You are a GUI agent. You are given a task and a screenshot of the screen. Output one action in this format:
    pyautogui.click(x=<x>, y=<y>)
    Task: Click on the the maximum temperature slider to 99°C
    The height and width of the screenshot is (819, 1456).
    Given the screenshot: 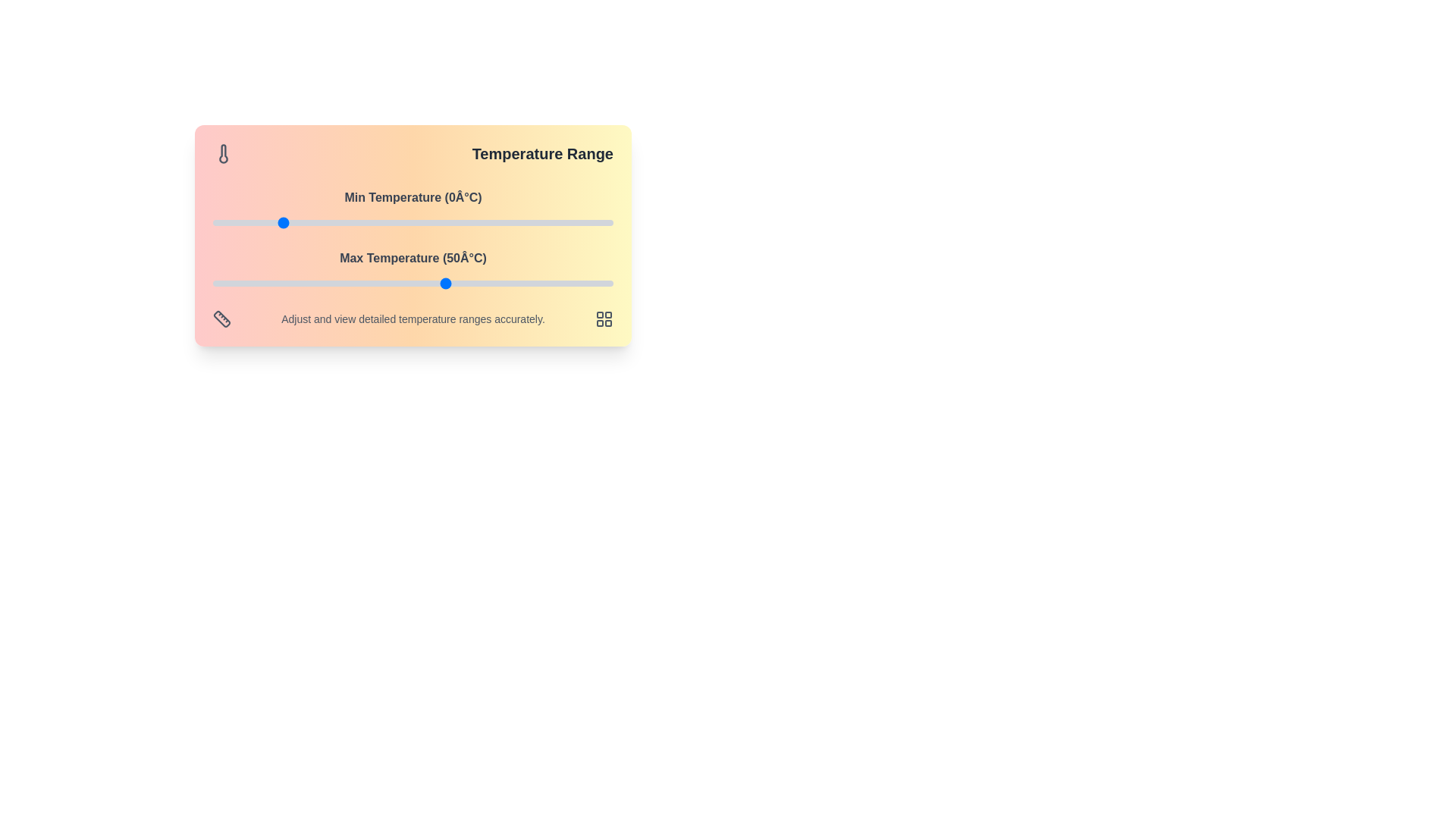 What is the action you would take?
    pyautogui.click(x=610, y=284)
    